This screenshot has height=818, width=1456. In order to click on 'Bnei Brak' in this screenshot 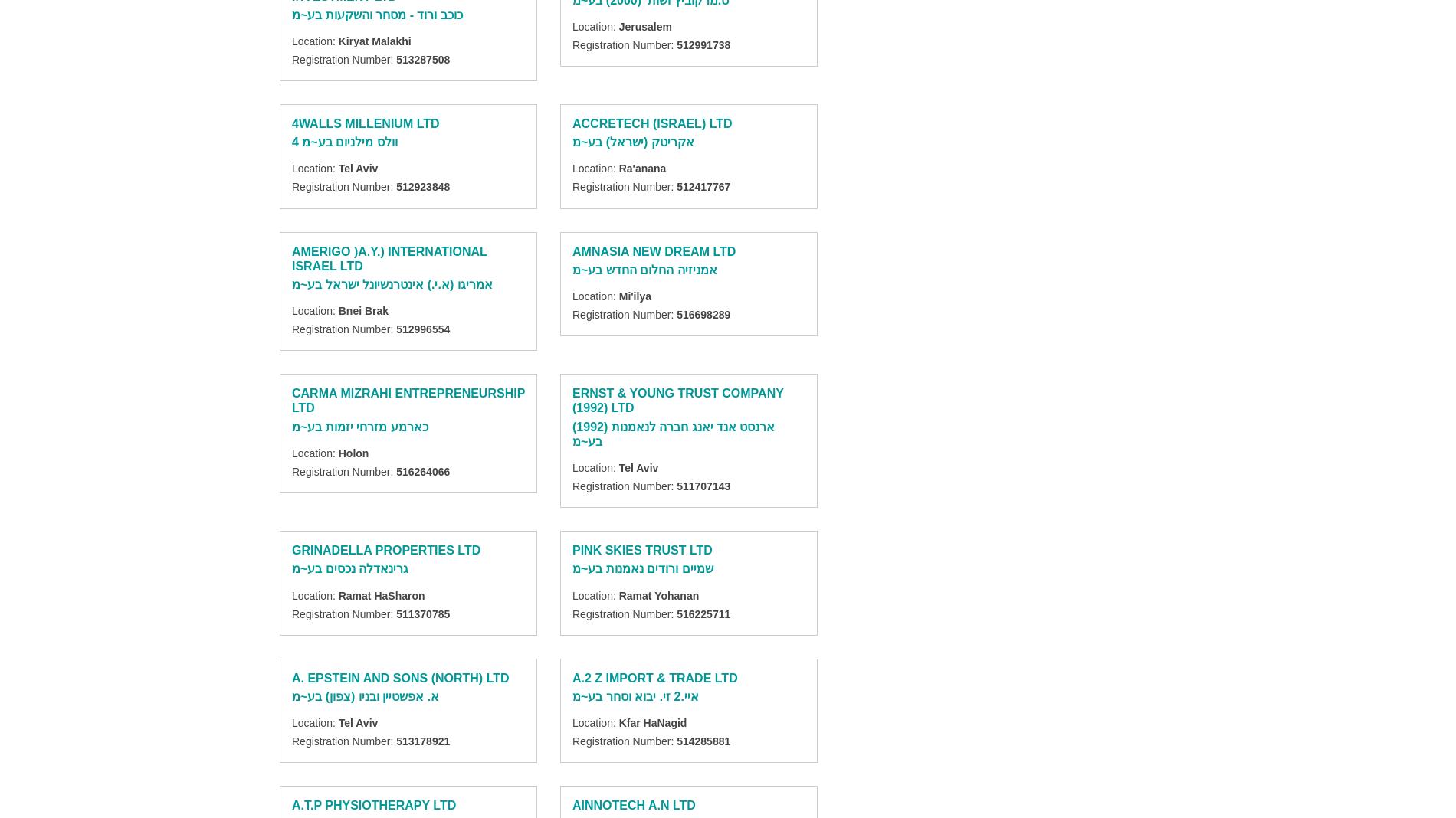, I will do `click(362, 310)`.